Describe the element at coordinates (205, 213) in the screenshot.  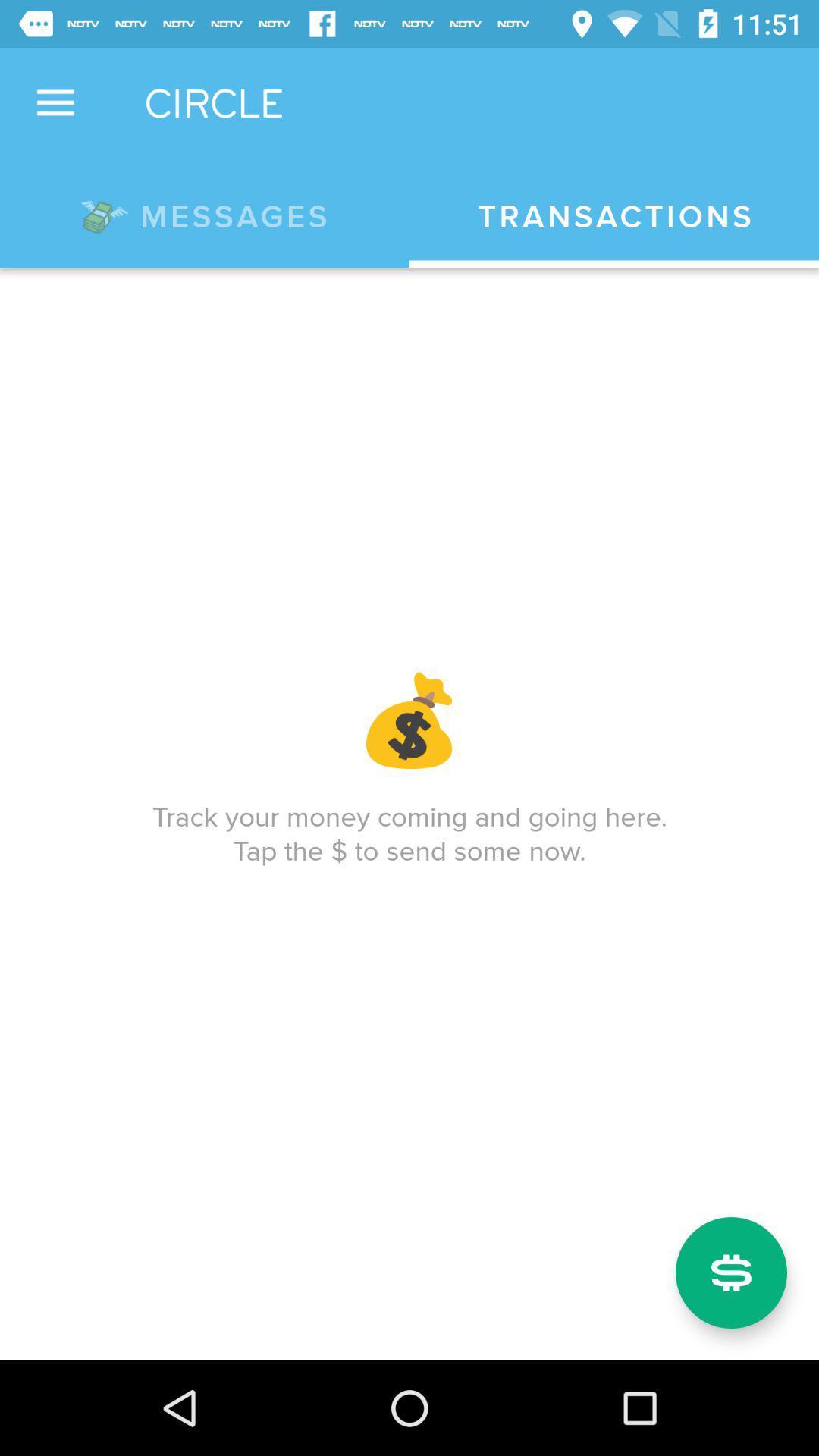
I see `icon next to transactions icon` at that location.